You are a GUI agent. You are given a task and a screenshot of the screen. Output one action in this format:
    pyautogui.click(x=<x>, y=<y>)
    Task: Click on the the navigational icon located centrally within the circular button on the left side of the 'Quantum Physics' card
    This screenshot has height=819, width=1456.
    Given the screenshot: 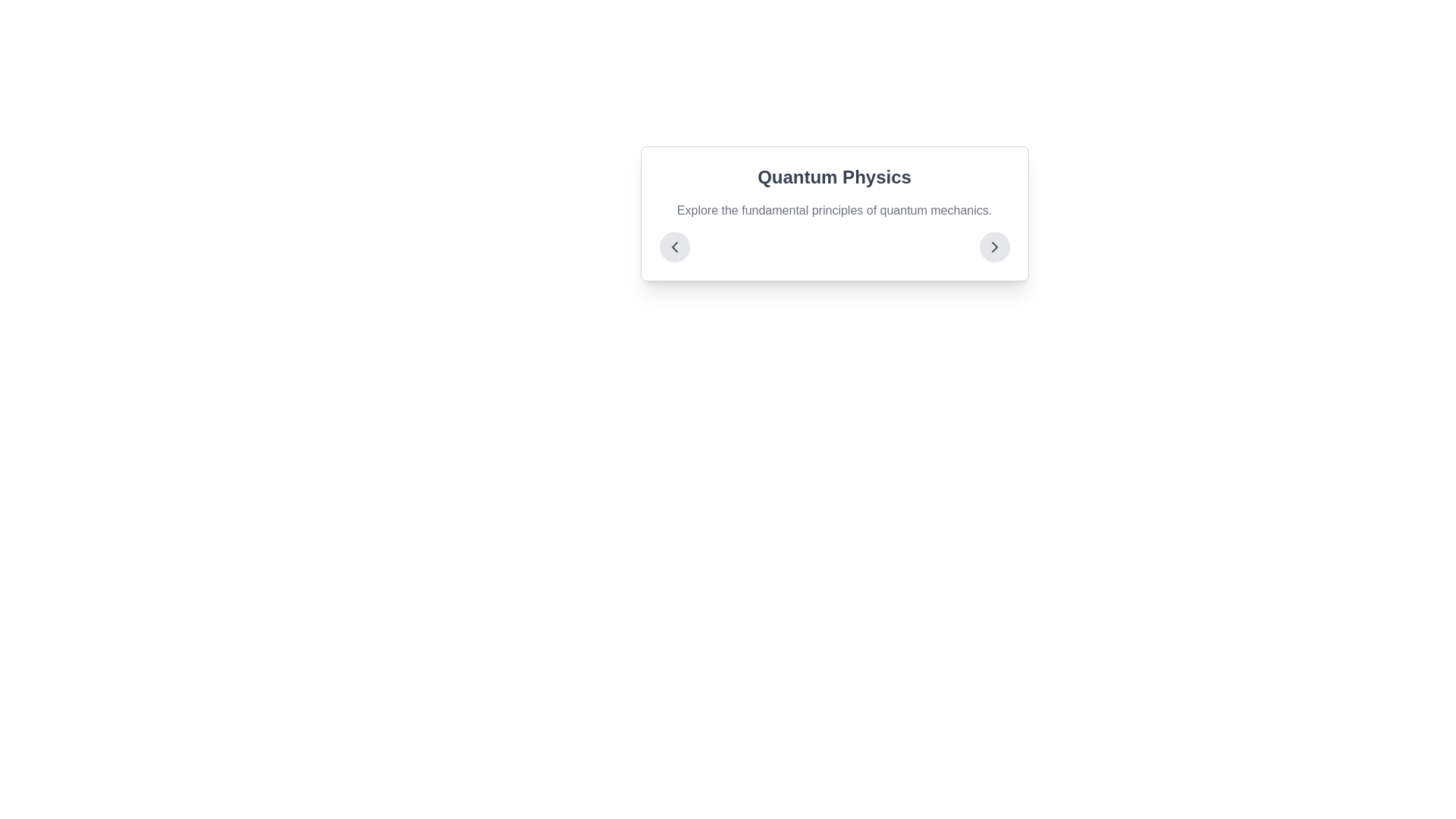 What is the action you would take?
    pyautogui.click(x=673, y=246)
    